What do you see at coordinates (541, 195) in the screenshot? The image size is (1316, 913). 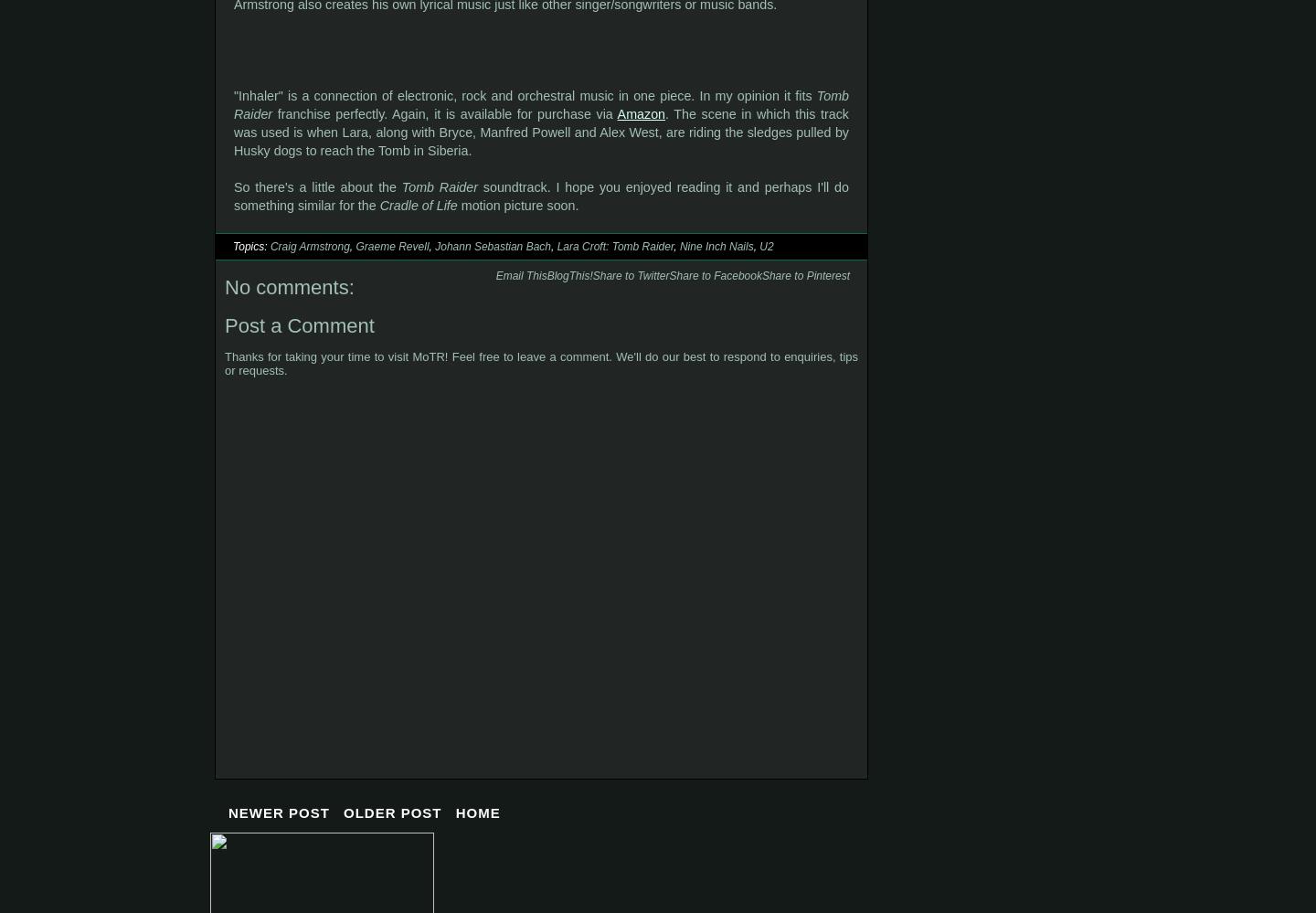 I see `'soundtrack. I hope you enjoyed reading it and perhaps I'll do something similar for the'` at bounding box center [541, 195].